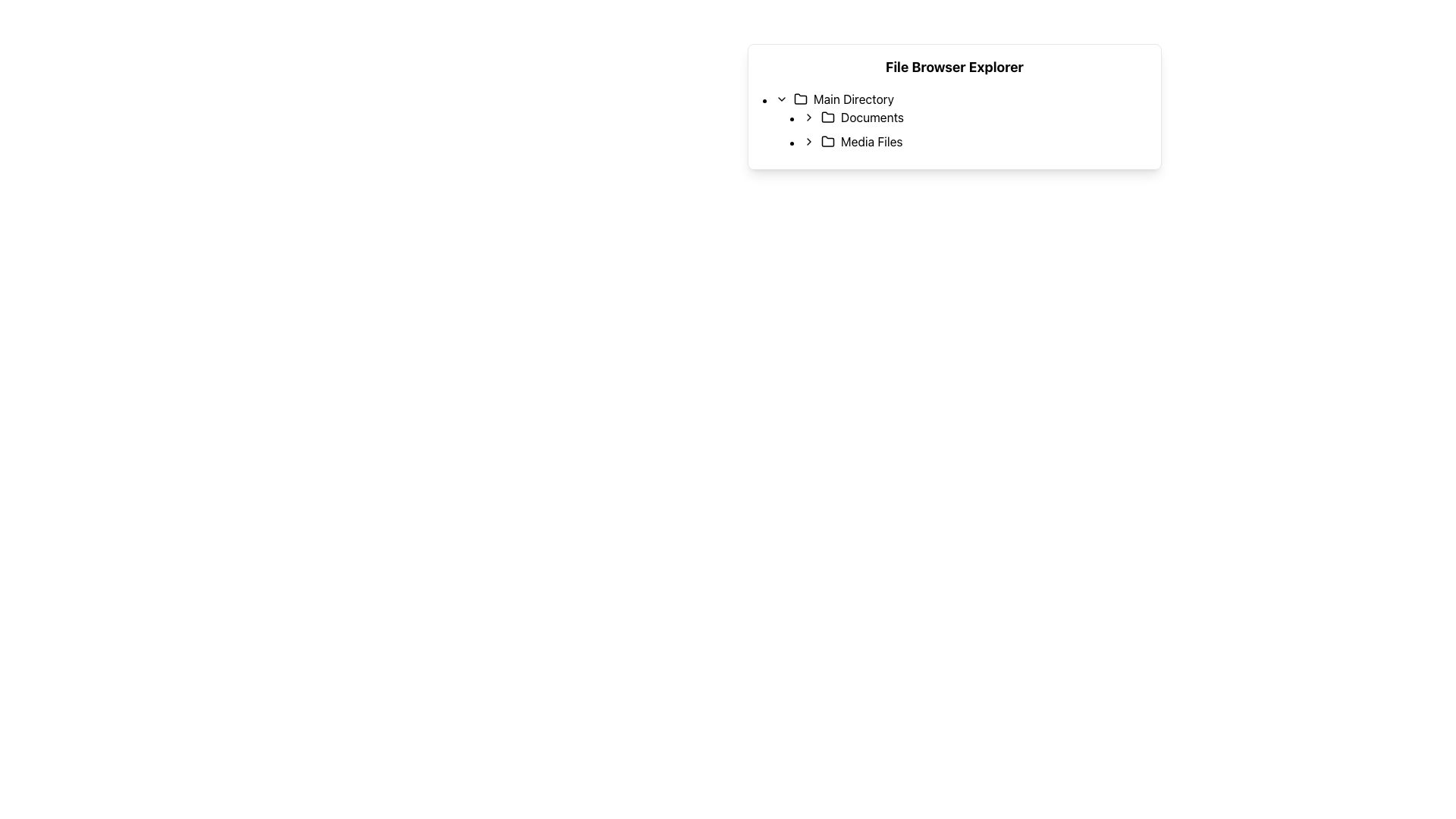 The height and width of the screenshot is (819, 1456). I want to click on the 'Media Files' folder icon in the file explorer to interact with it, so click(827, 141).